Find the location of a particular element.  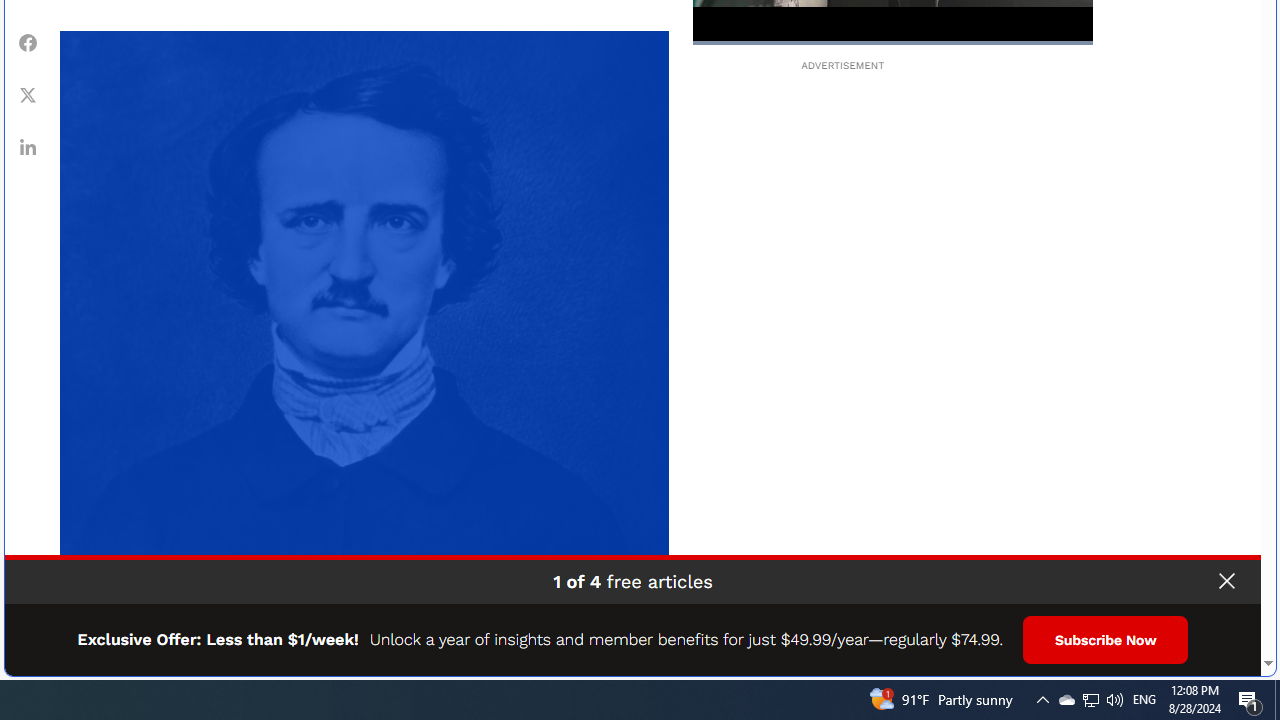

'Class: close-button unbutton' is located at coordinates (1225, 581).